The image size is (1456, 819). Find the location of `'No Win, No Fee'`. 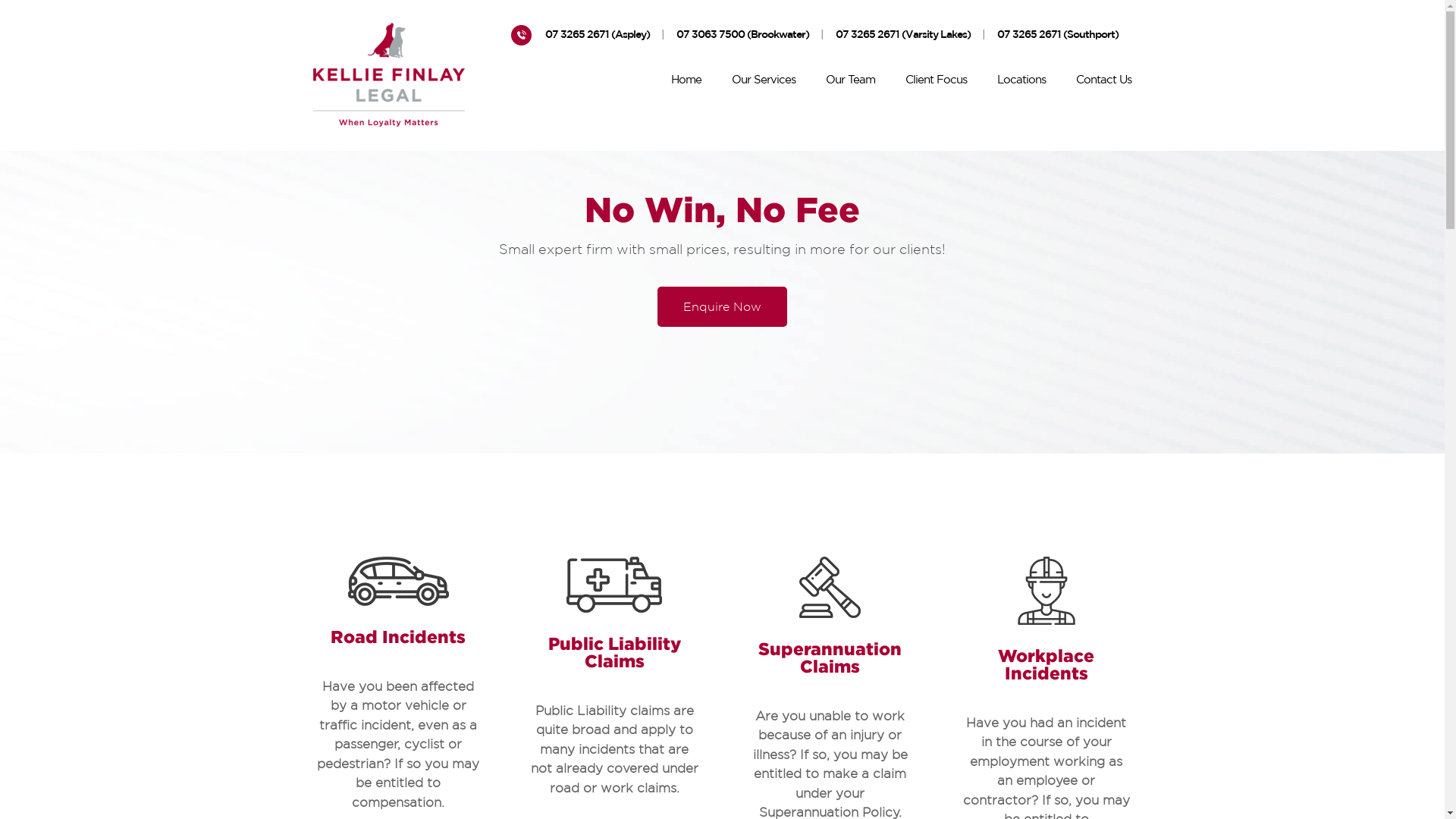

'No Win, No Fee' is located at coordinates (721, 209).